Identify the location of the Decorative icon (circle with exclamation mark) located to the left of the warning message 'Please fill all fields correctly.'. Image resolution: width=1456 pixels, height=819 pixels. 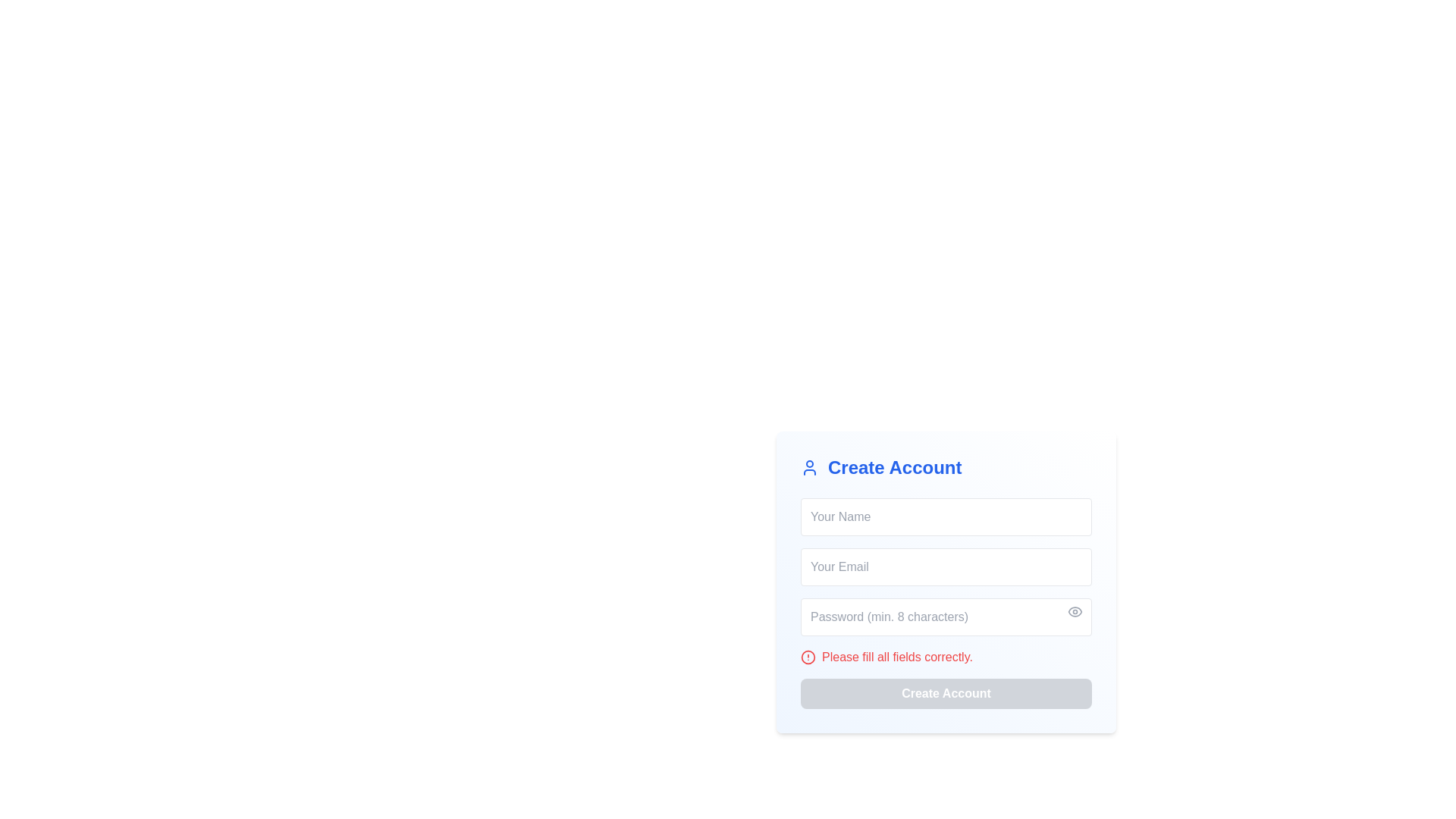
(807, 657).